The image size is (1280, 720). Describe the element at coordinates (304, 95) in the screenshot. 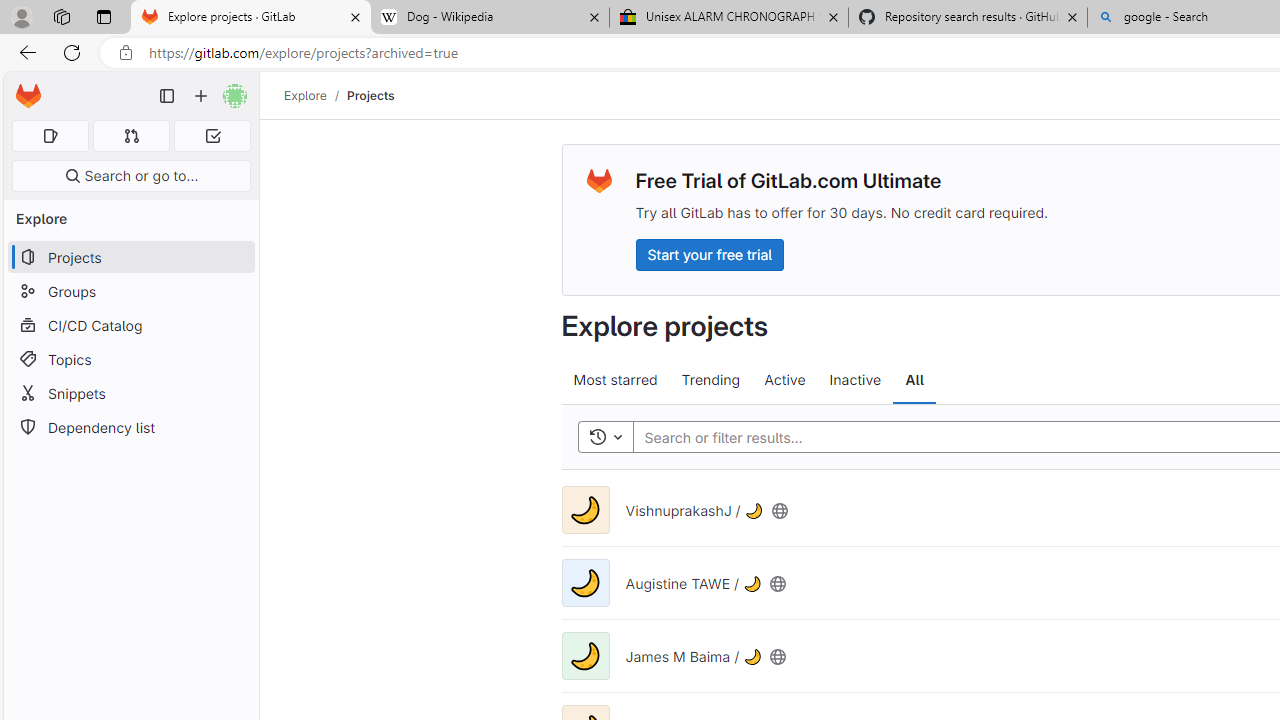

I see `'Explore'` at that location.